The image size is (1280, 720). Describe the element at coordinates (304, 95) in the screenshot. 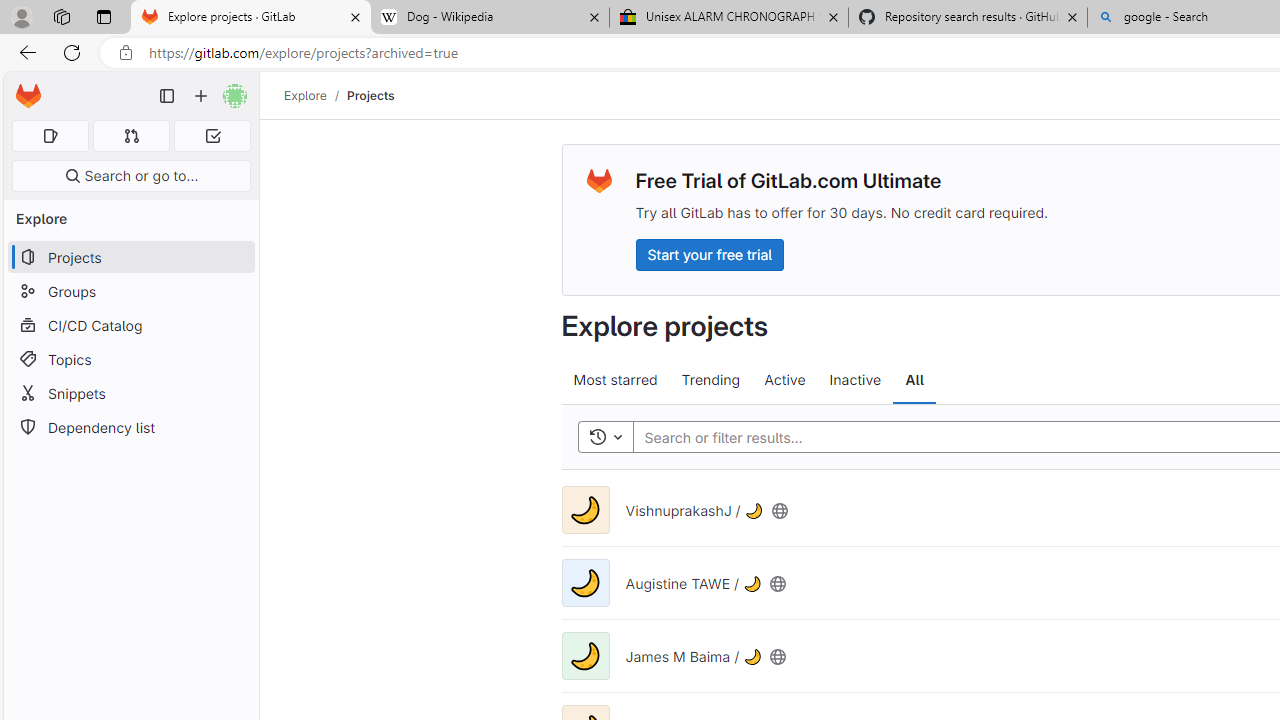

I see `'Explore'` at that location.